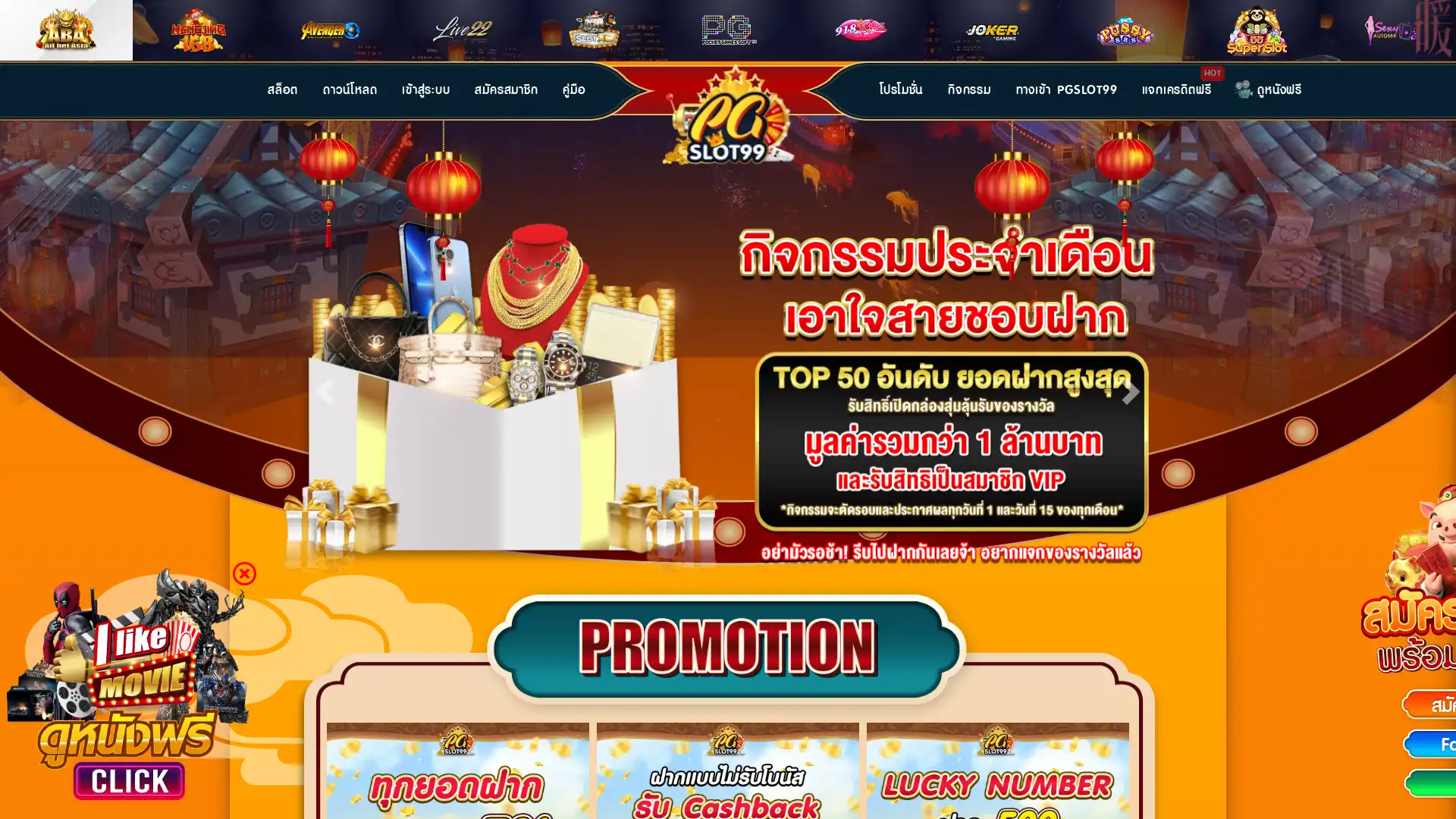  I want to click on Previous, so click(324, 388).